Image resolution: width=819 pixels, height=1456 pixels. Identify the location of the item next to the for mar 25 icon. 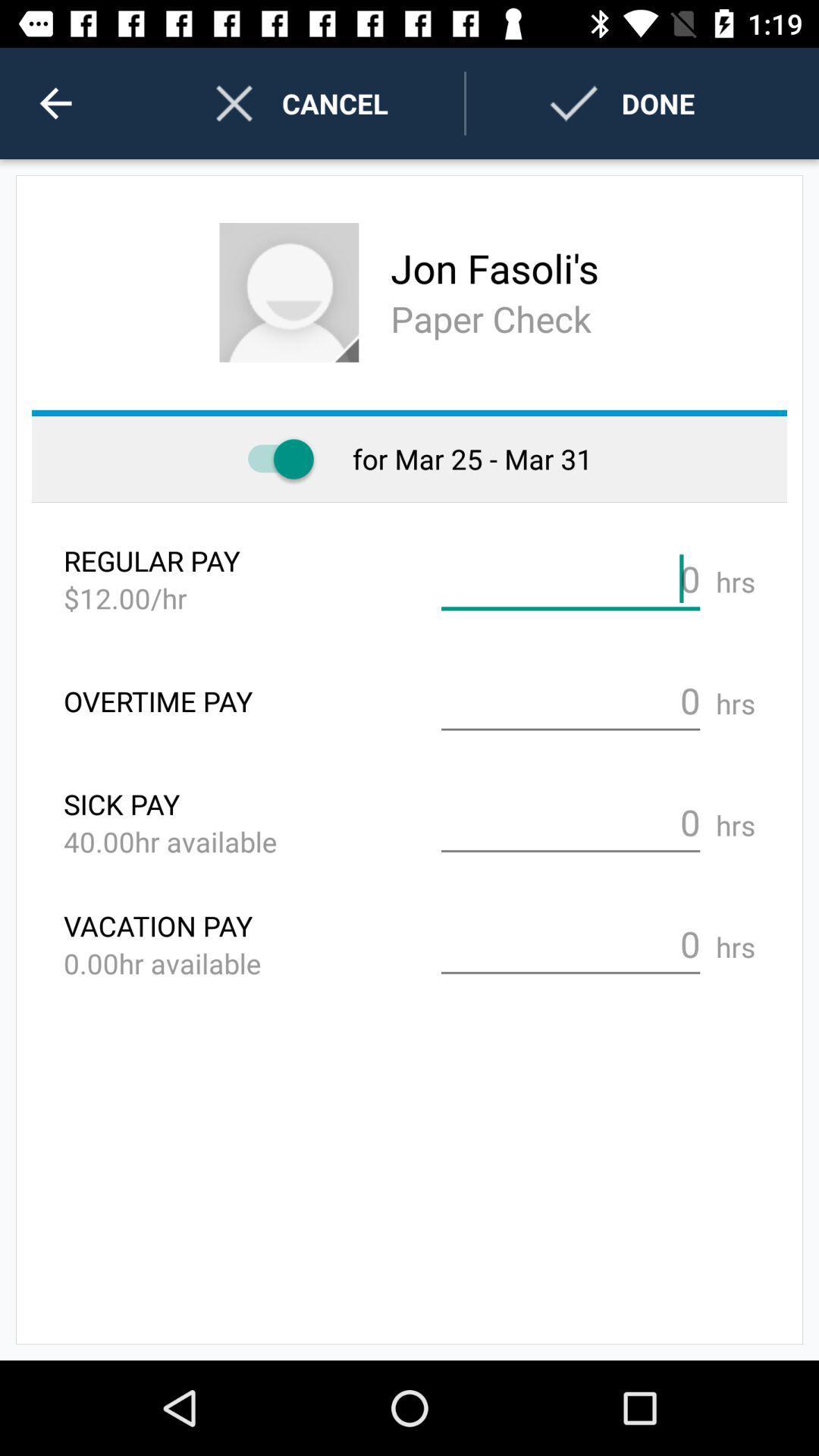
(273, 458).